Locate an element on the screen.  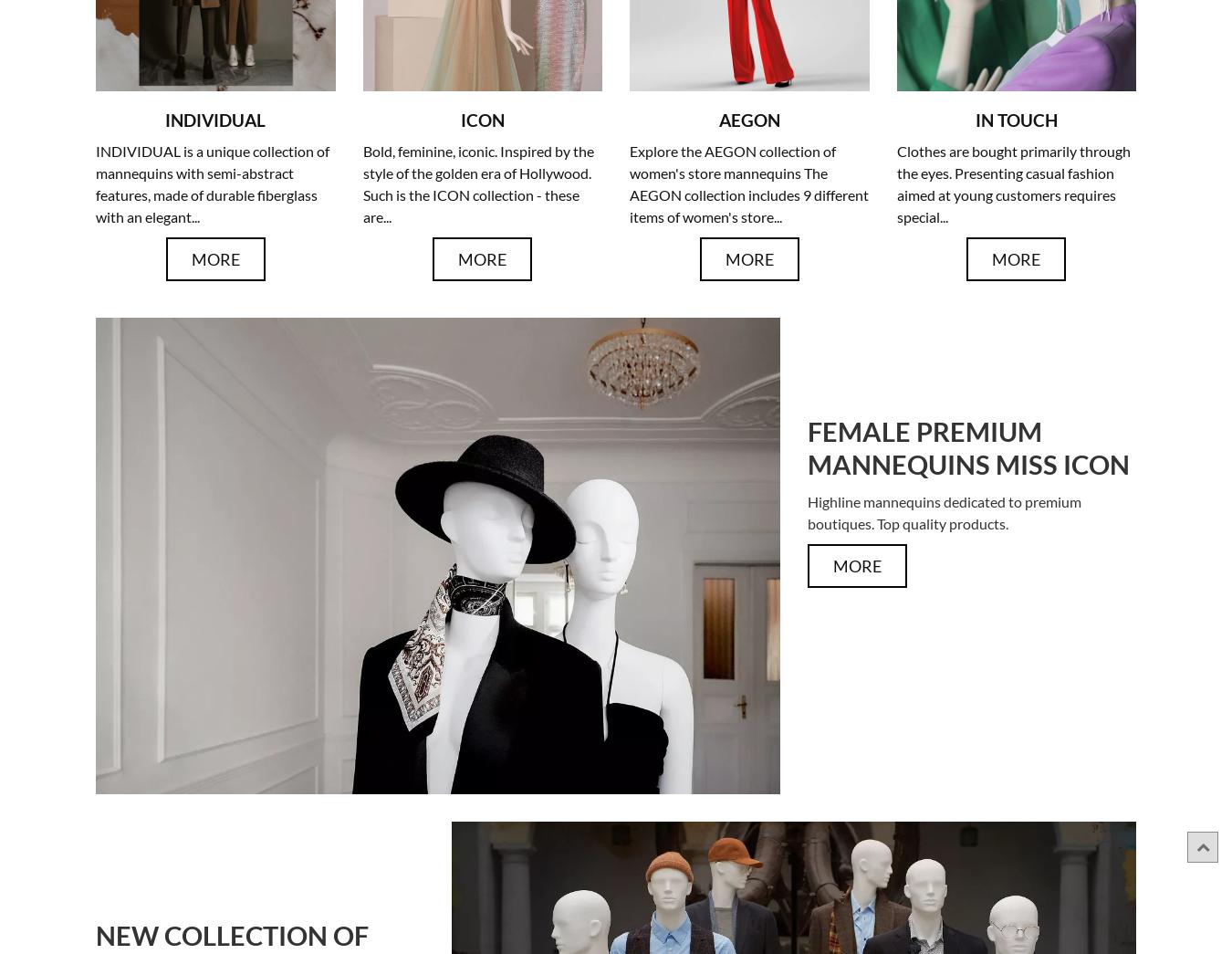
'Explore the AEGON collection of women's store mannequins
The AEGON collection includes 9 different items of women's store...' is located at coordinates (748, 183).